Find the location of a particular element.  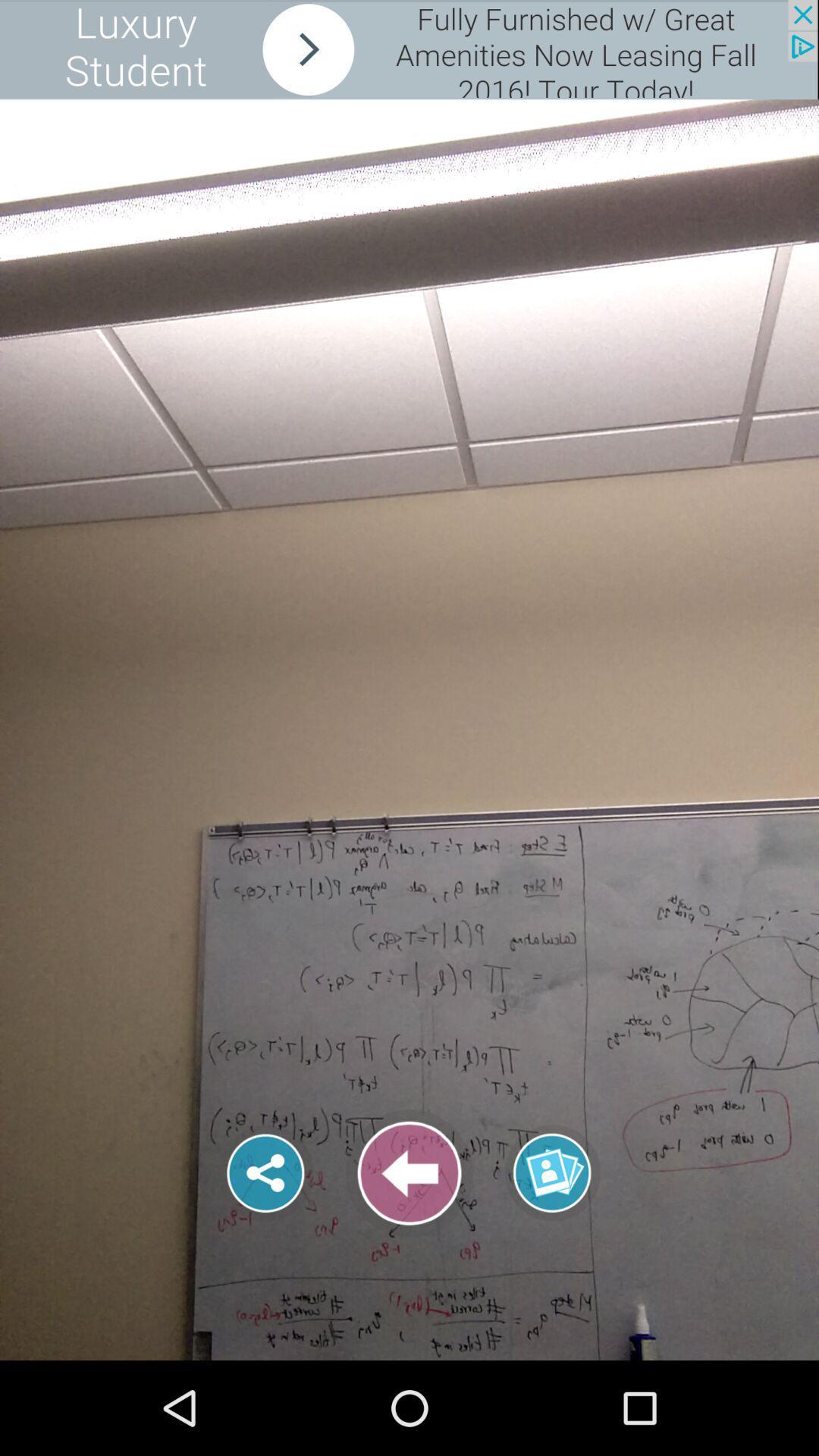

go back is located at coordinates (409, 1172).